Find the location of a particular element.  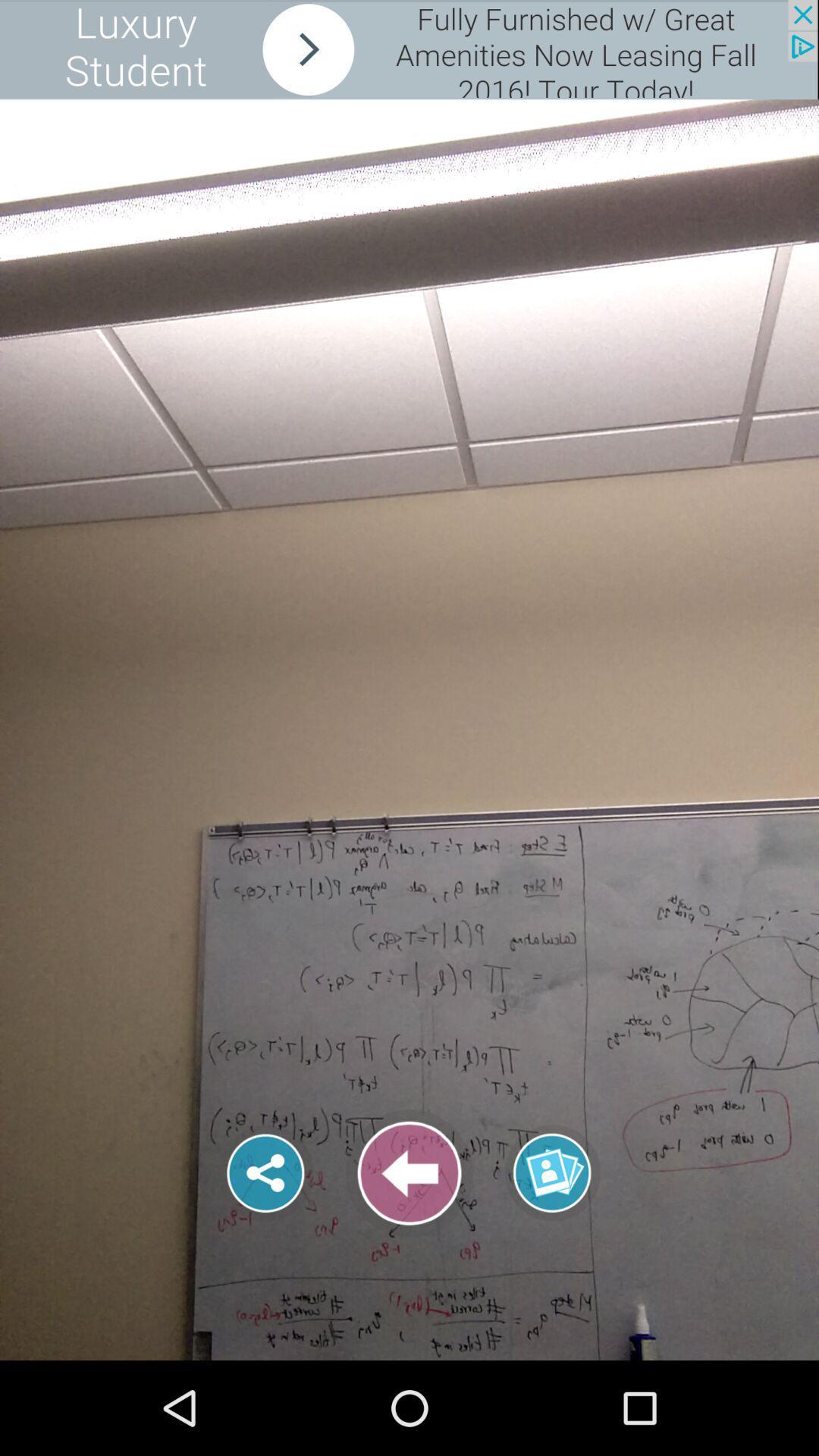

go back is located at coordinates (409, 1172).